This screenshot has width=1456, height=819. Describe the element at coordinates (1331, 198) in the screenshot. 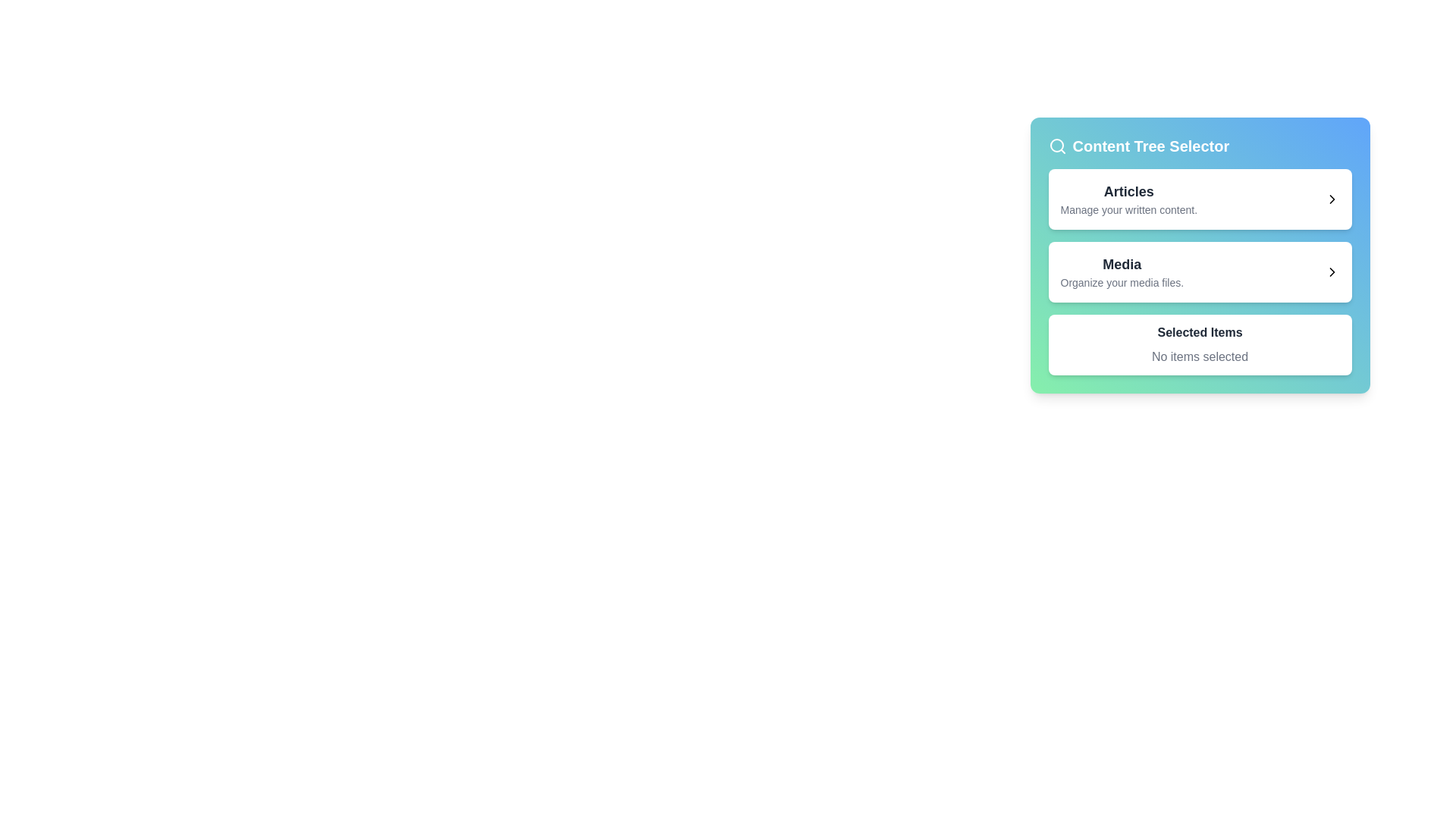

I see `the chevron icon adjacent to the 'Articles' label in the second section of the 'Content Tree Selector' interface` at that location.